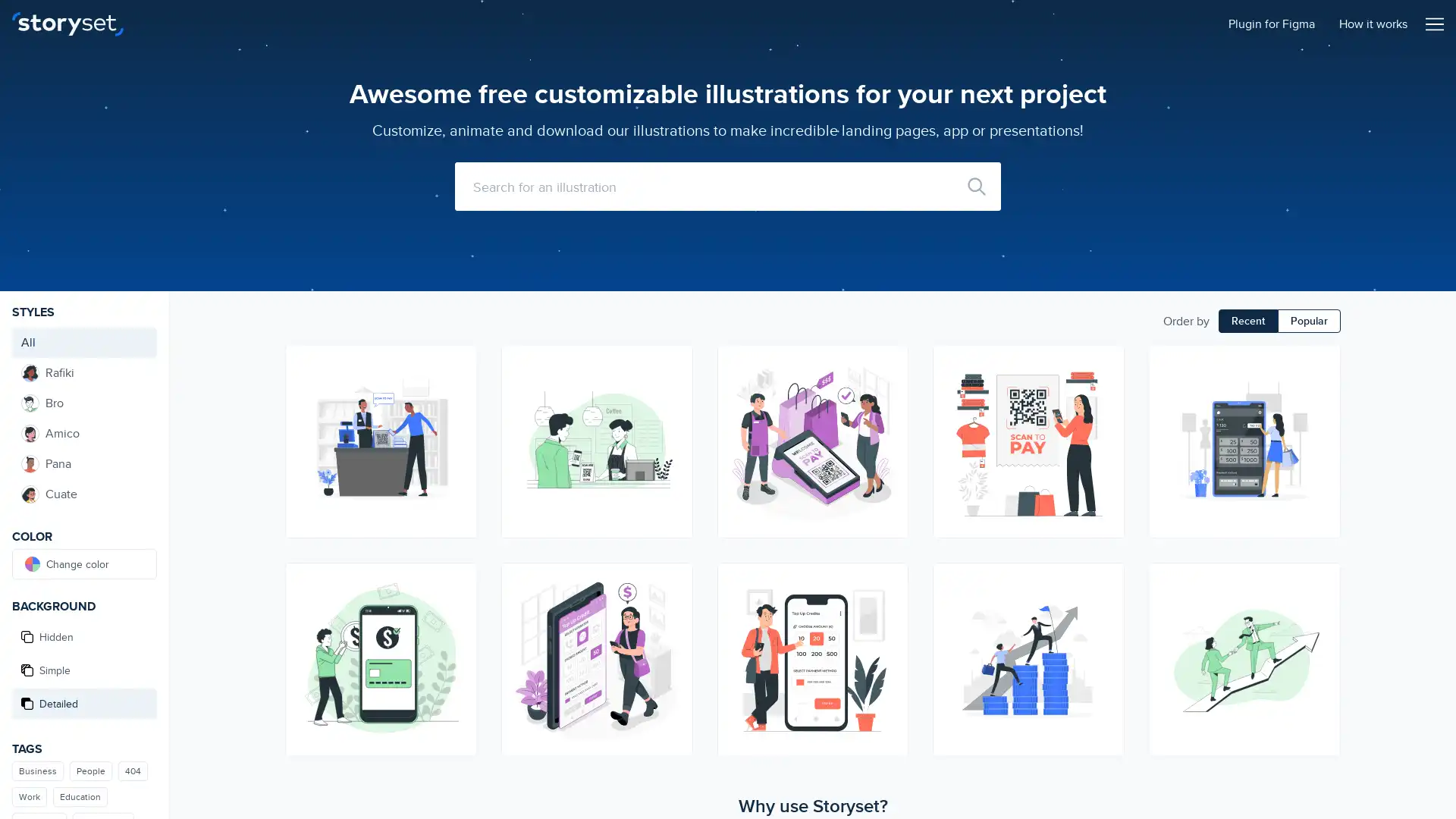 This screenshot has height=819, width=1456. I want to click on wand icon Animate, so click(1106, 363).